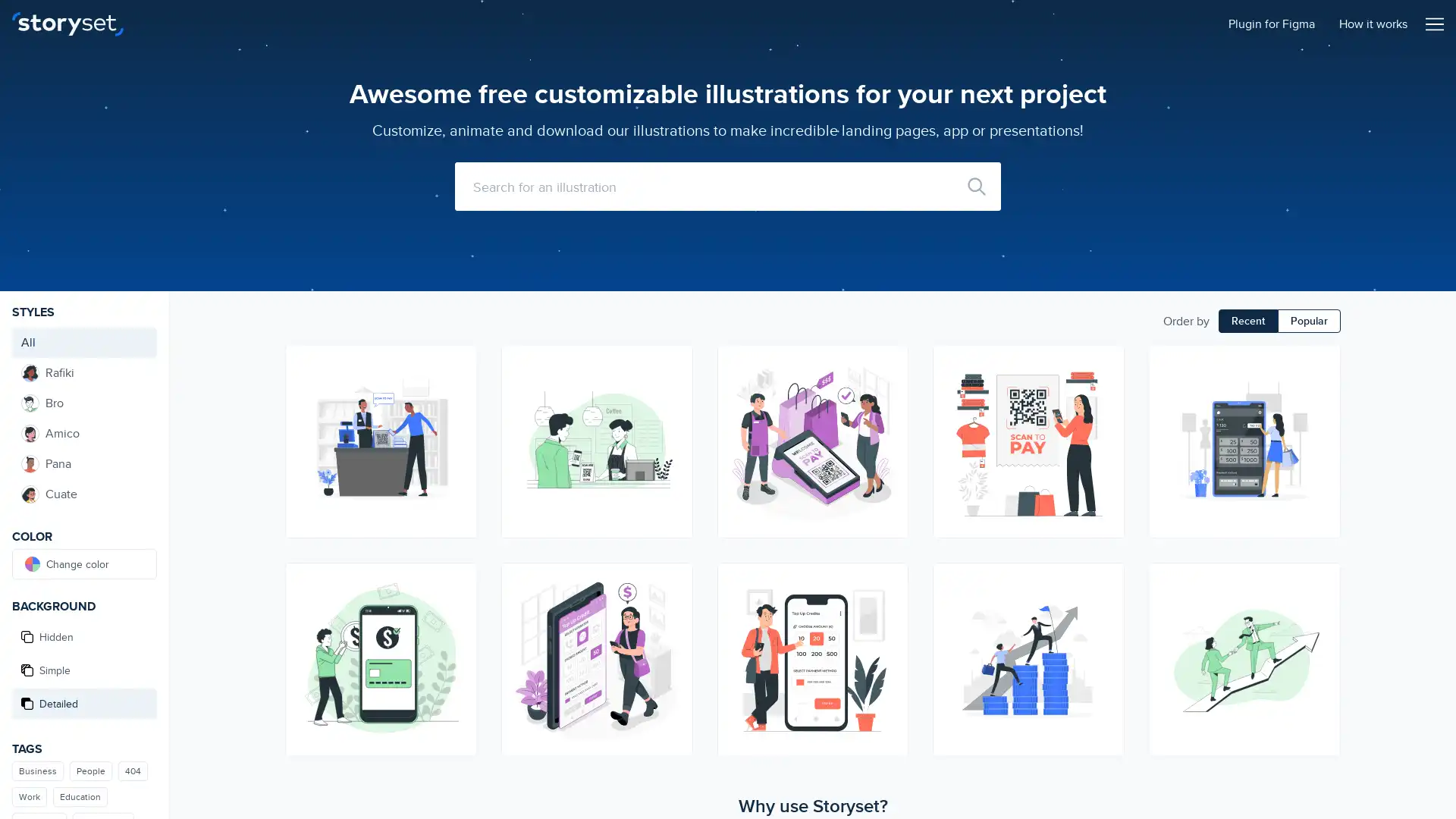 This screenshot has height=819, width=1456. I want to click on wand icon Animate, so click(1106, 363).